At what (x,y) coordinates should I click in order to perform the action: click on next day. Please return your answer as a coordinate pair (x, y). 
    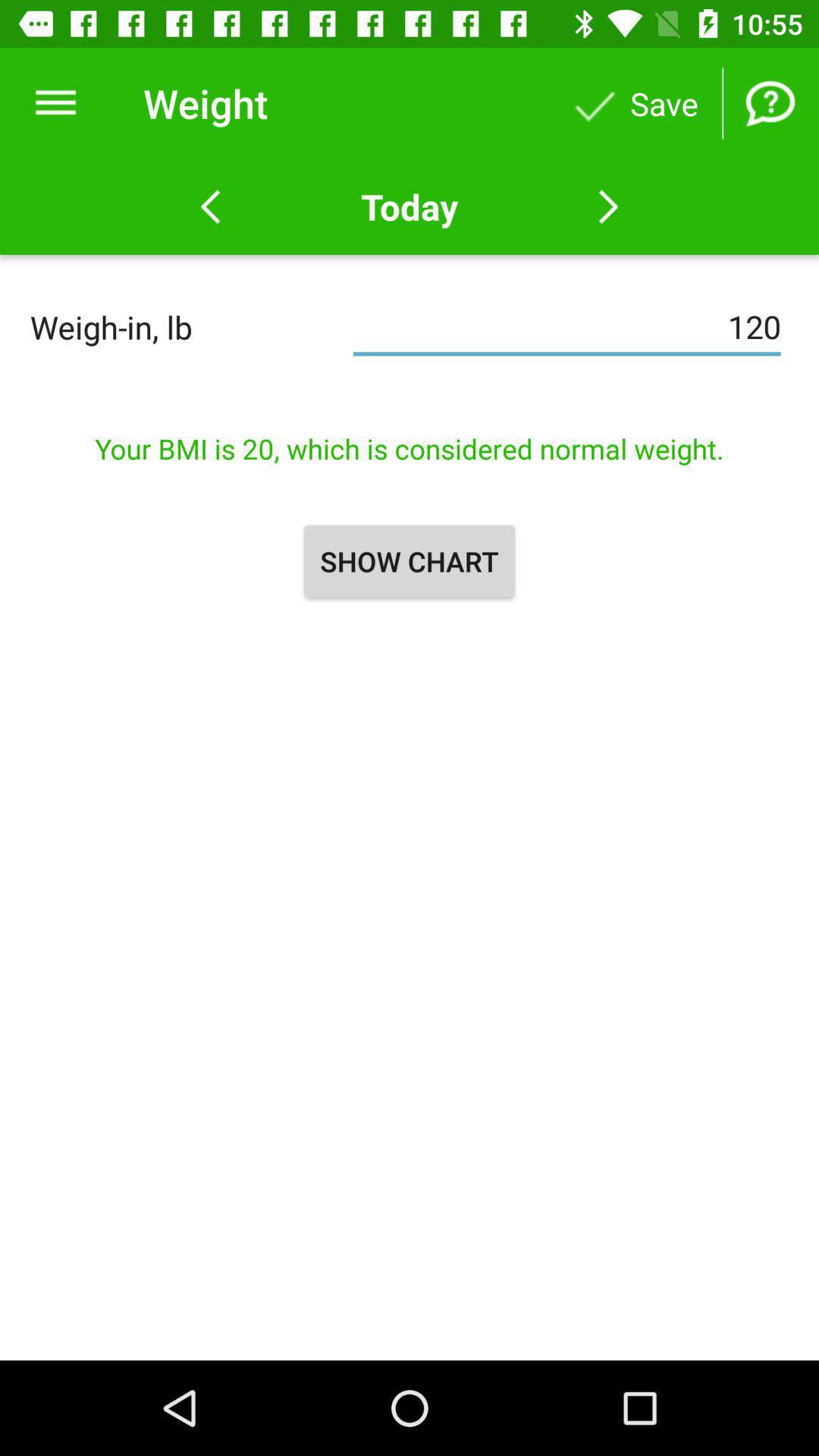
    Looking at the image, I should click on (607, 206).